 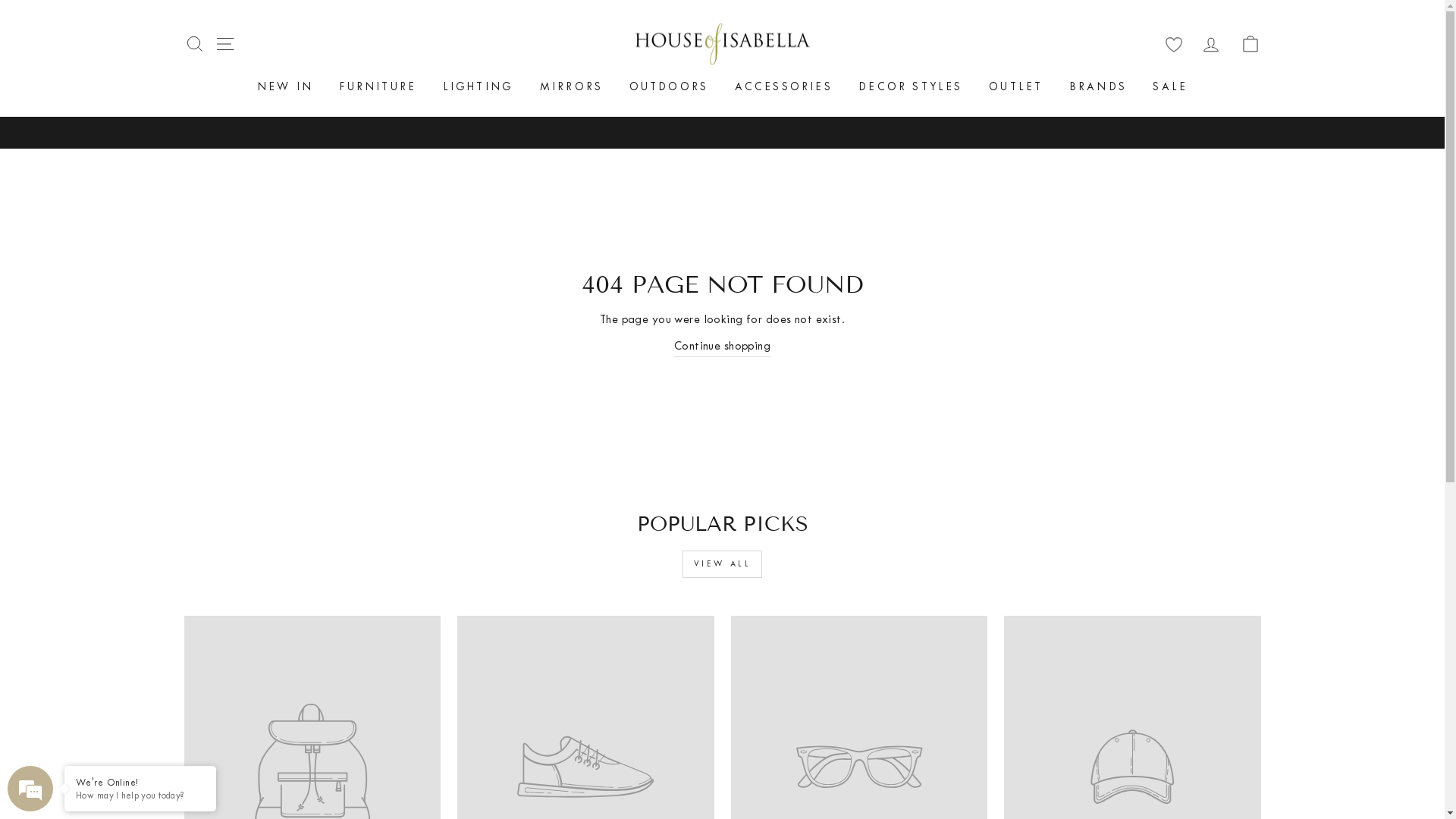 What do you see at coordinates (1172, 42) in the screenshot?
I see `'wishlist'` at bounding box center [1172, 42].